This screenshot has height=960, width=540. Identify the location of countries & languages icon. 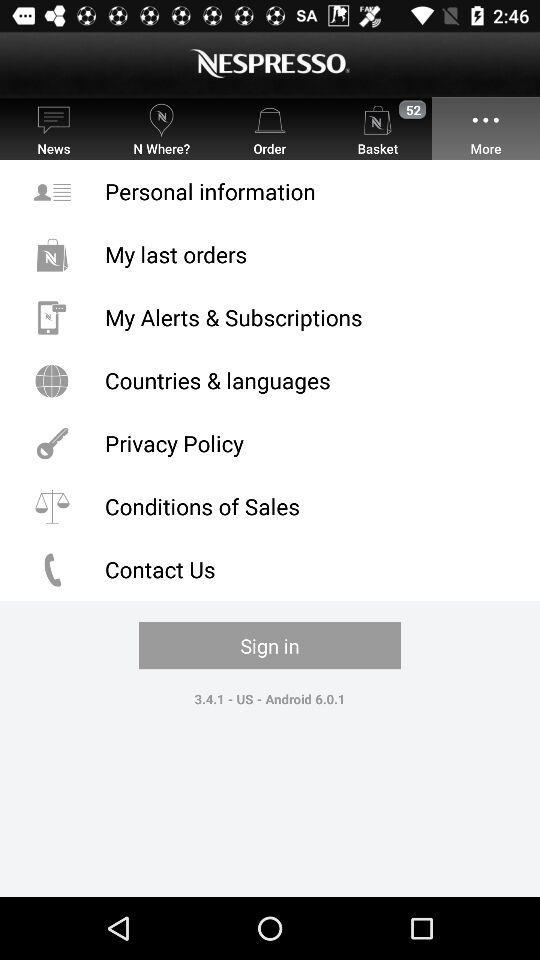
(270, 379).